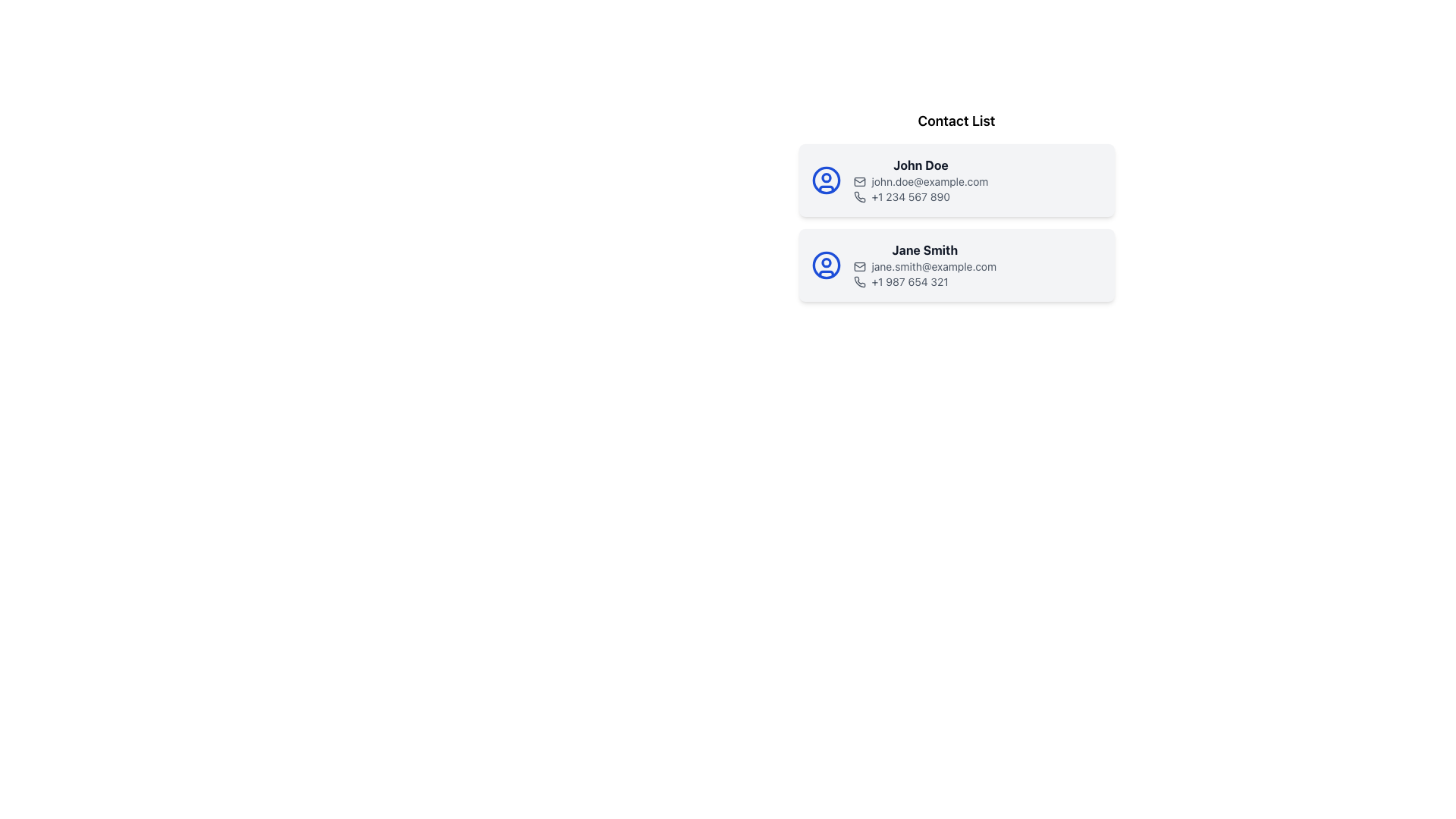 This screenshot has width=1456, height=819. What do you see at coordinates (825, 180) in the screenshot?
I see `the SVG-based user profile icon representing 'John Doe', located to the left of the contact name within the first contact card` at bounding box center [825, 180].